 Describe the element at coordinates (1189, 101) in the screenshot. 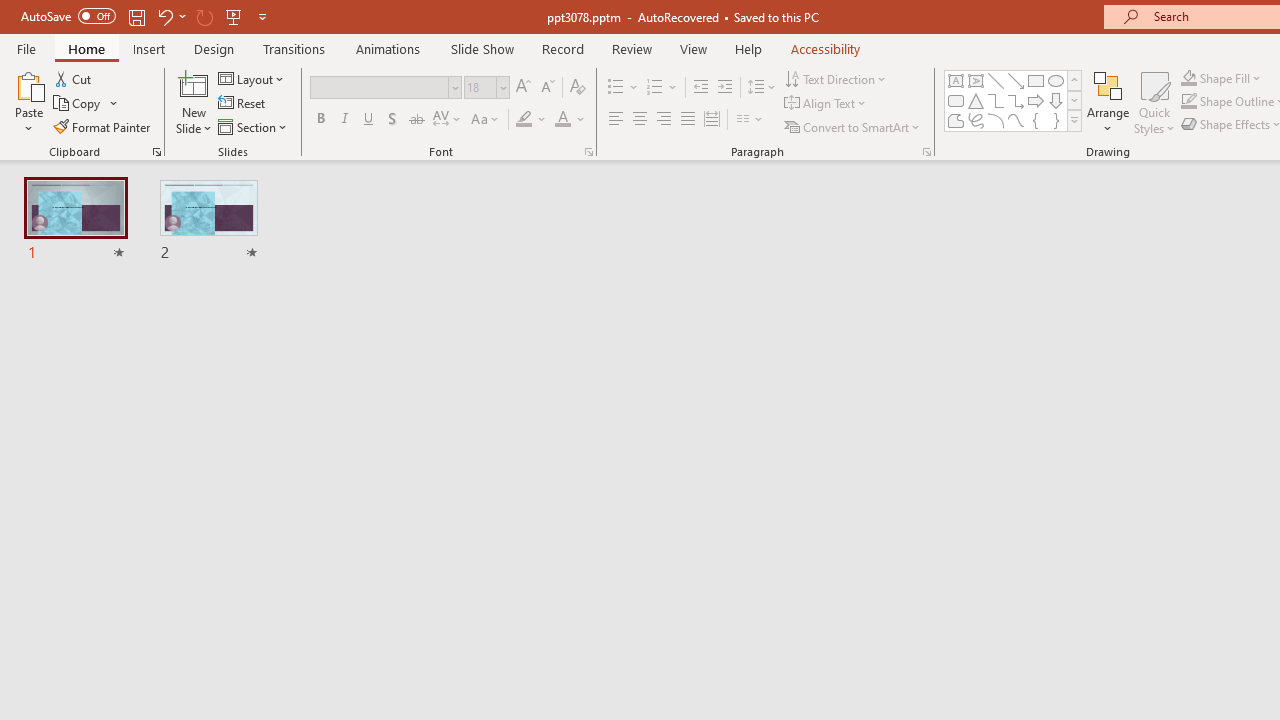

I see `'Shape Outline Green, Accent 1'` at that location.